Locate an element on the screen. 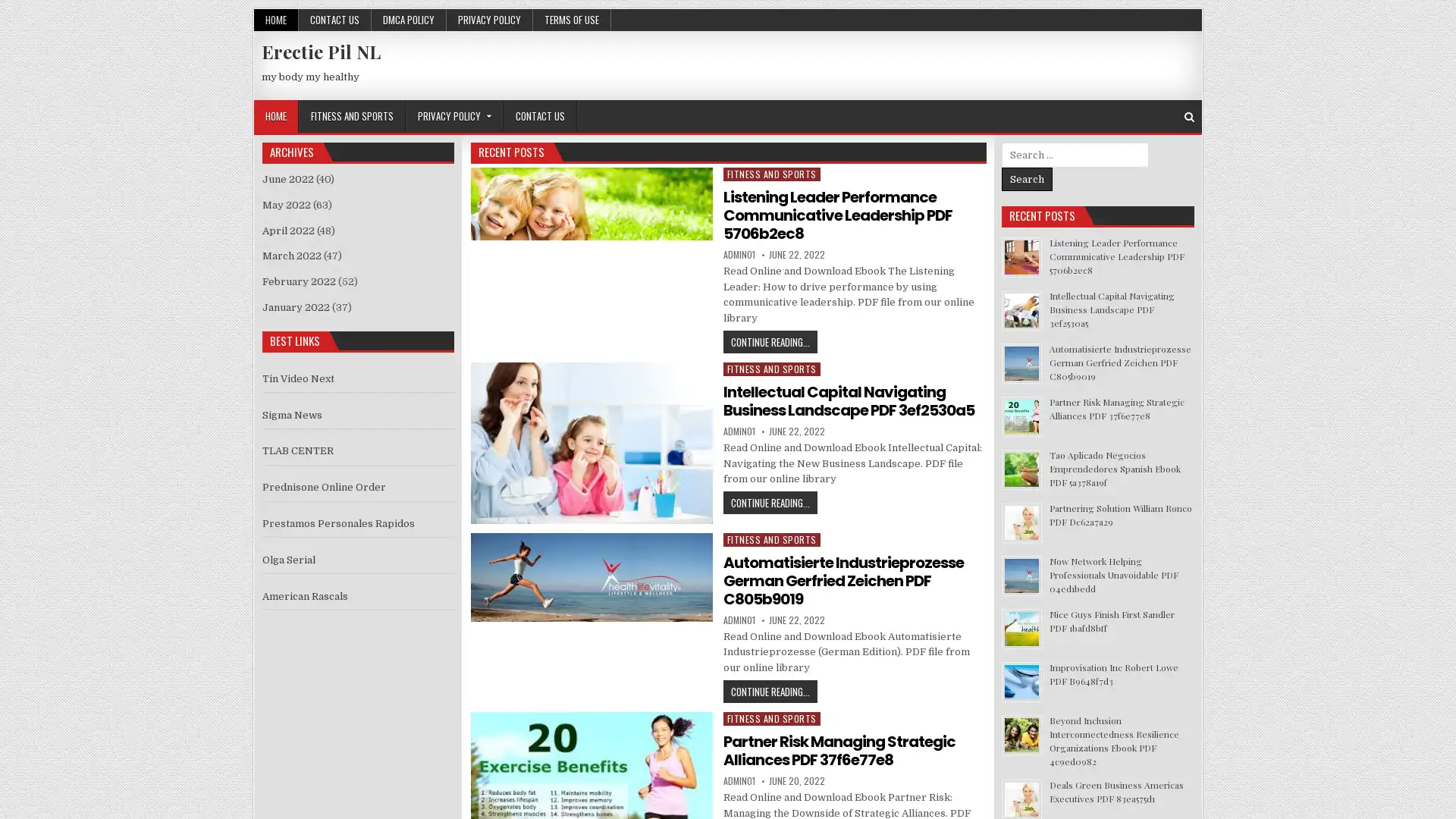 This screenshot has width=1456, height=819. Search is located at coordinates (1027, 178).